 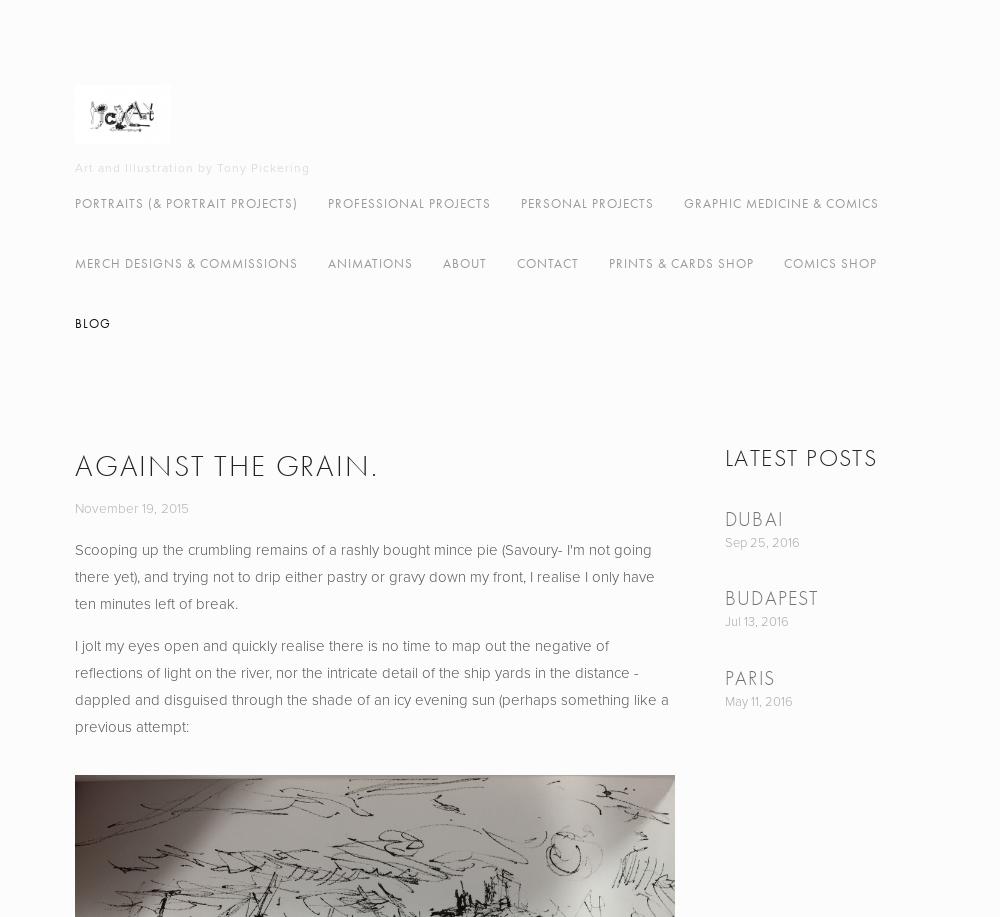 I want to click on 'November 19, 2015', so click(x=132, y=507).